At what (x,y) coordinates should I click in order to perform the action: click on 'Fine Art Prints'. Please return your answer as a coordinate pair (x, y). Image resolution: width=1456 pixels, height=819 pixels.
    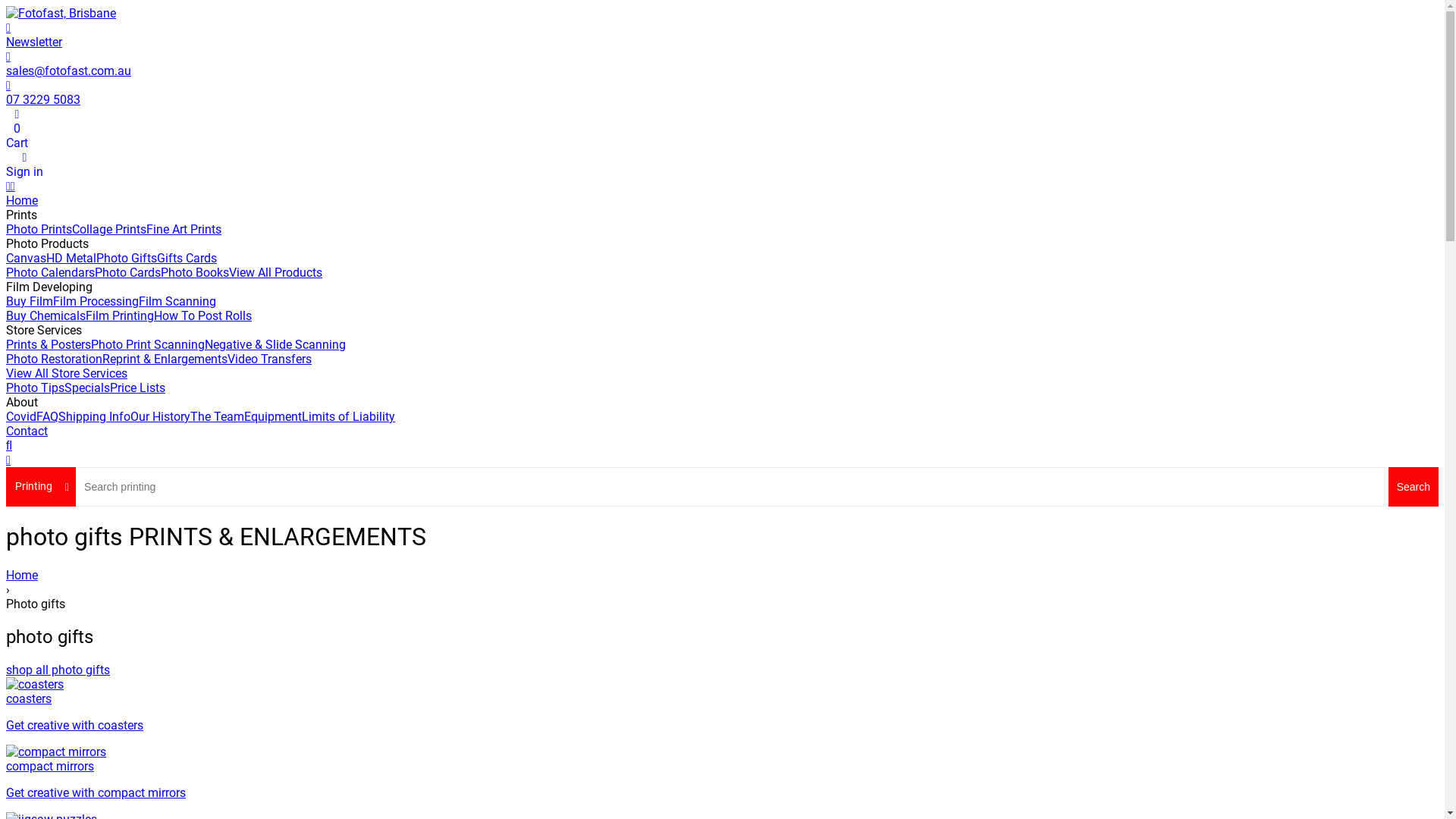
    Looking at the image, I should click on (183, 229).